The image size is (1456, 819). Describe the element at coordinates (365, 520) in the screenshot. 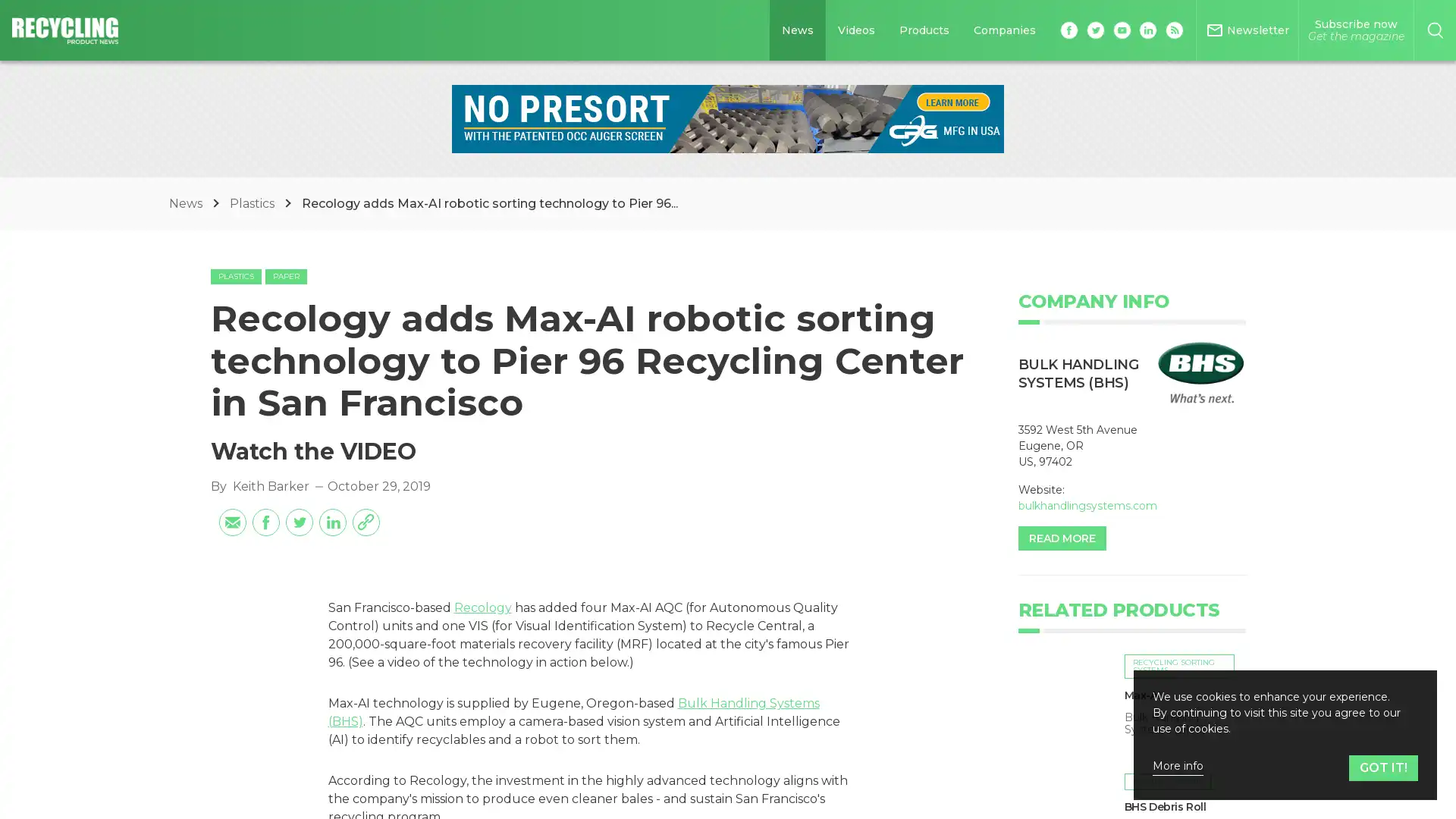

I see `Copy the link` at that location.